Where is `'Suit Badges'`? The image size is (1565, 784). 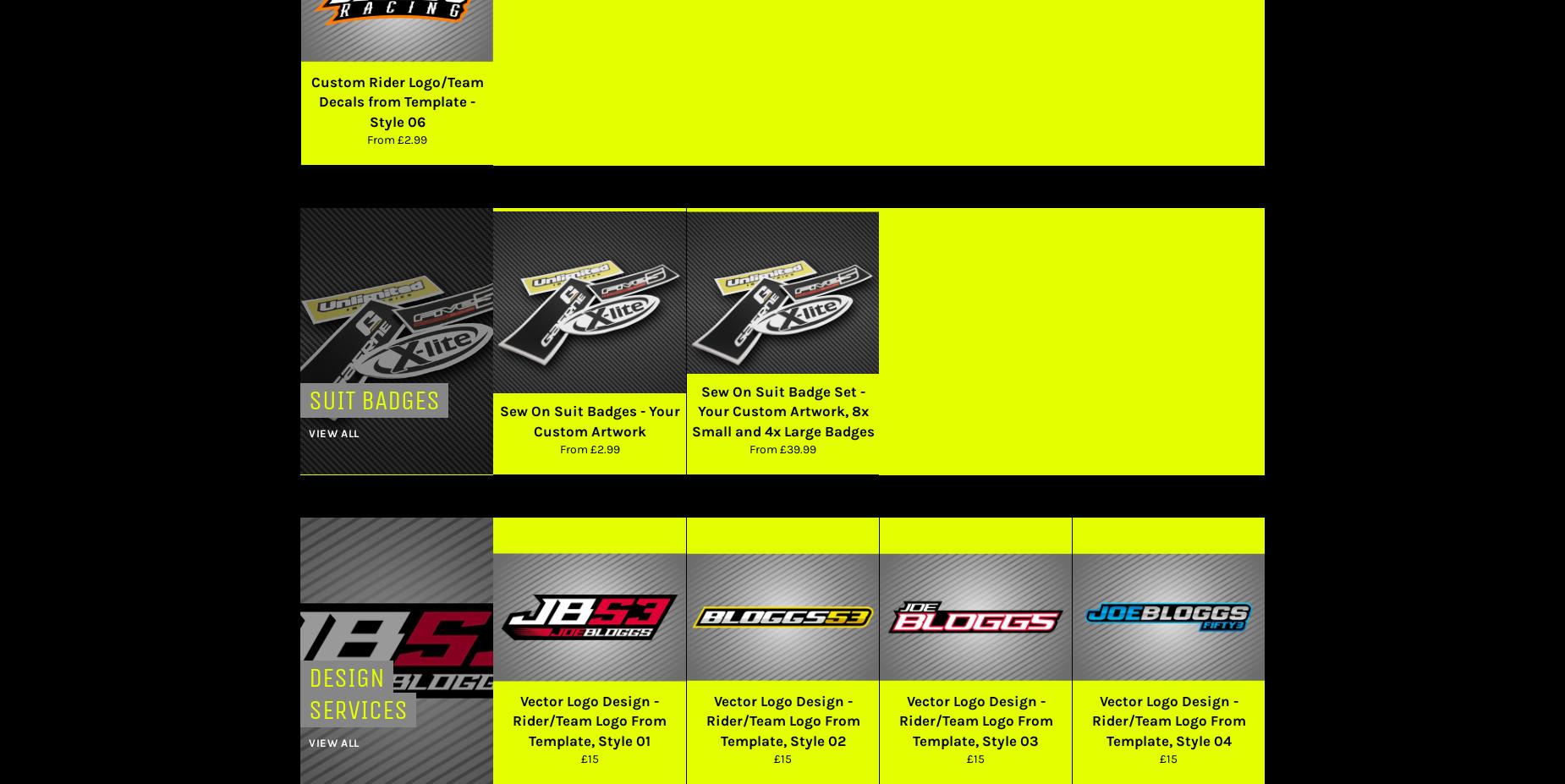
'Suit Badges' is located at coordinates (373, 400).